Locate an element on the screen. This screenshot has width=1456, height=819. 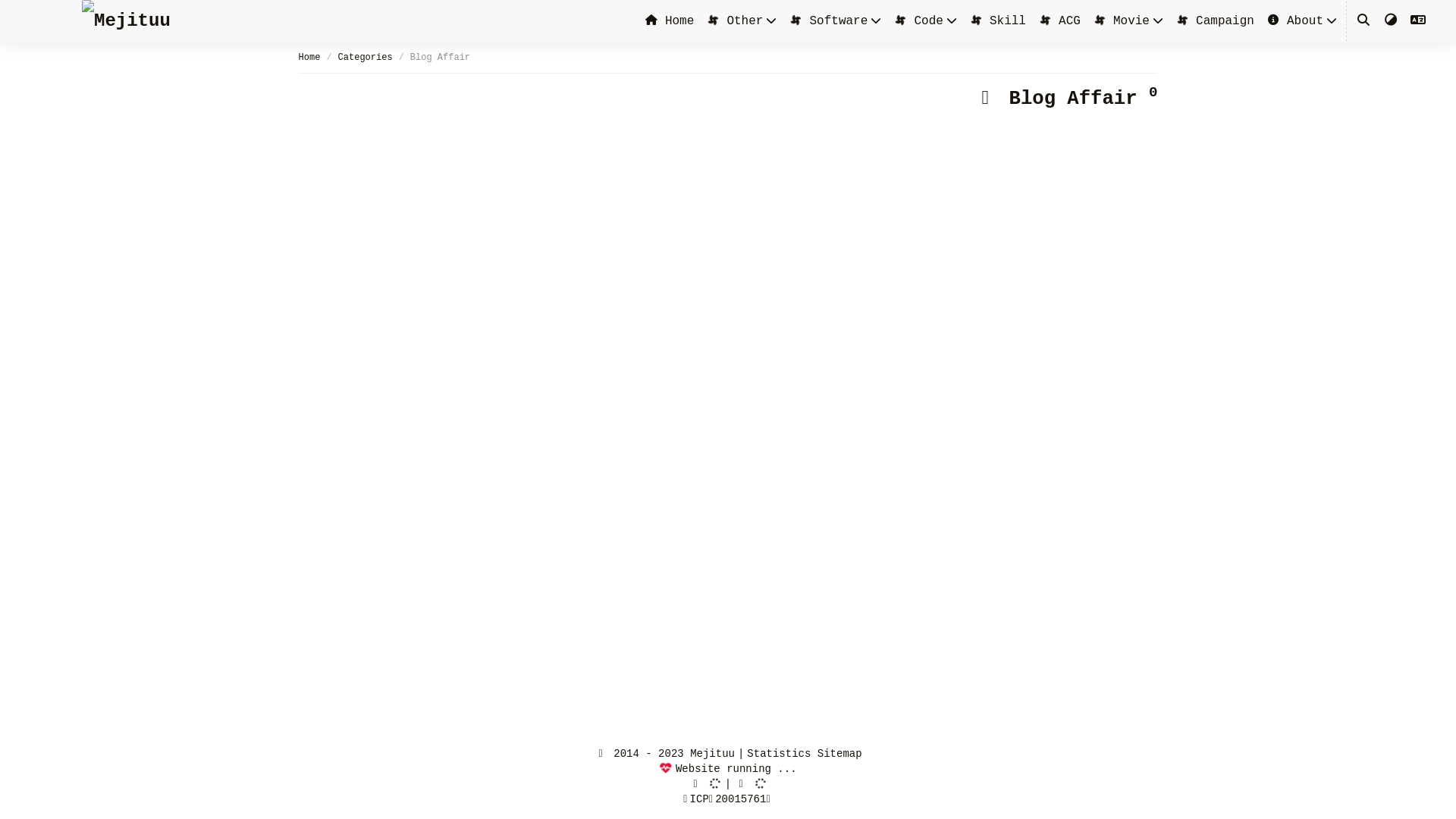
'Software' is located at coordinates (827, 20).